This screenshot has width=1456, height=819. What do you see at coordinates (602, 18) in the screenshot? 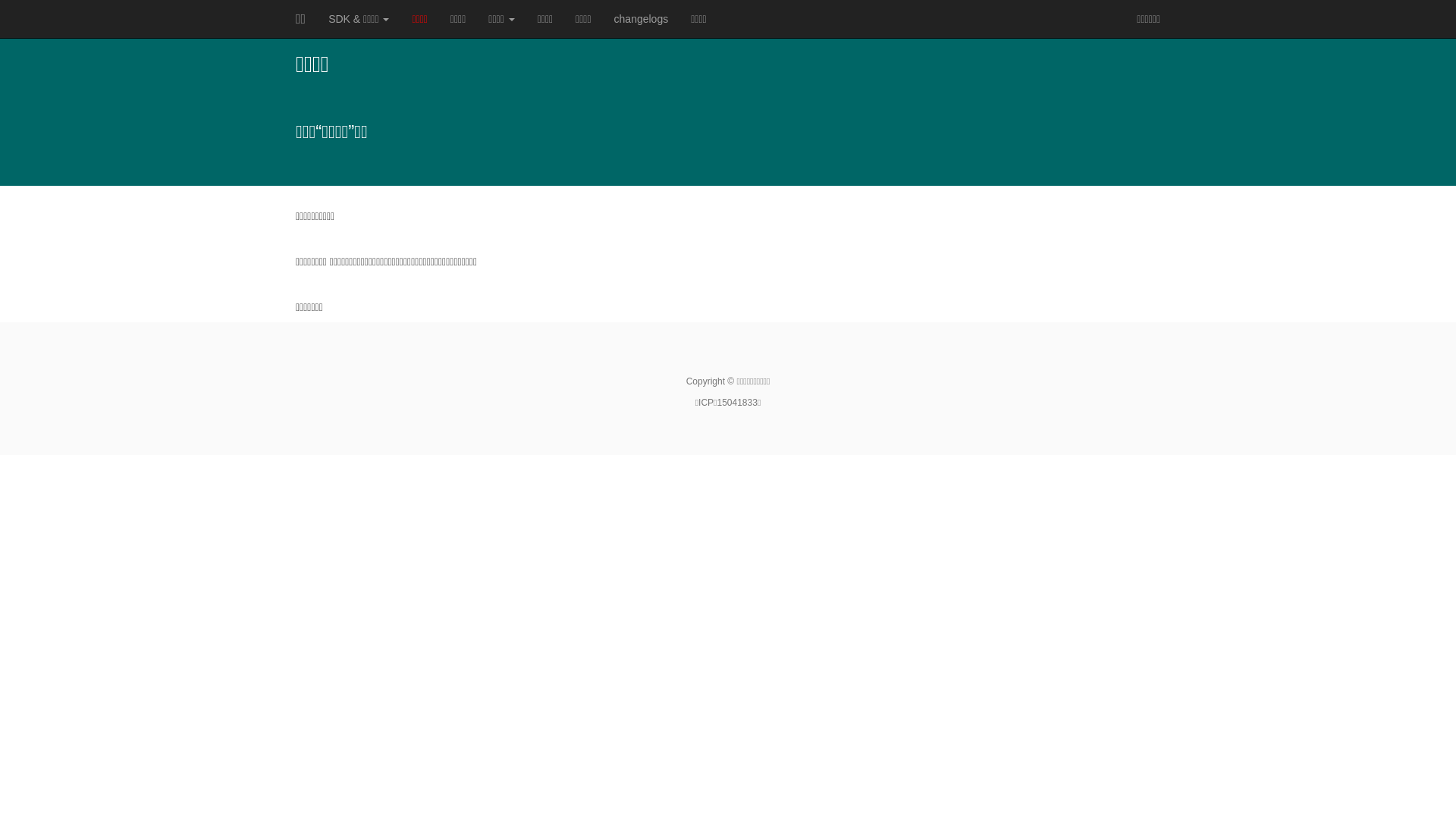
I see `'changelogs'` at bounding box center [602, 18].